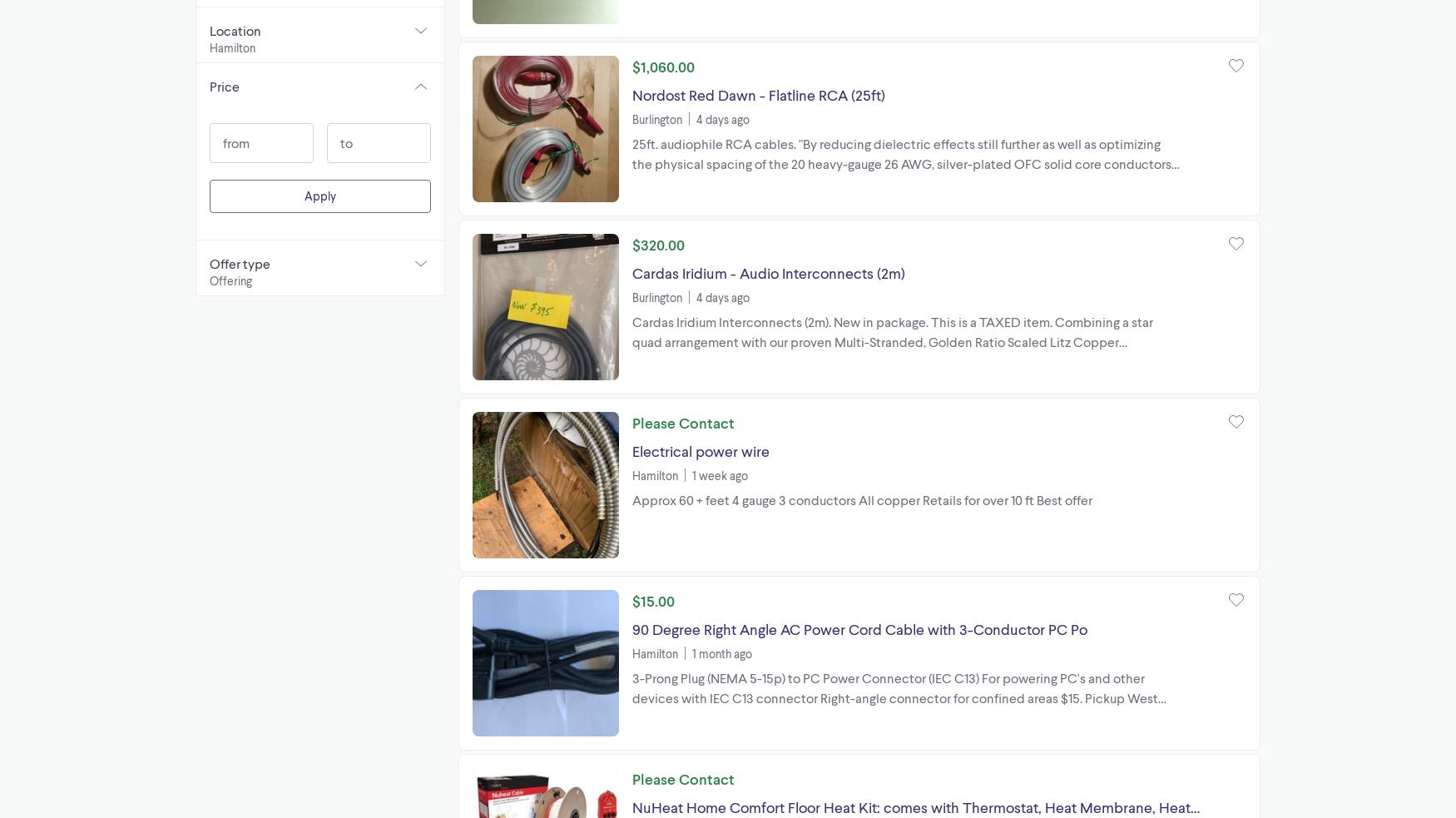 The width and height of the screenshot is (1456, 818). What do you see at coordinates (221, 142) in the screenshot?
I see `'from'` at bounding box center [221, 142].